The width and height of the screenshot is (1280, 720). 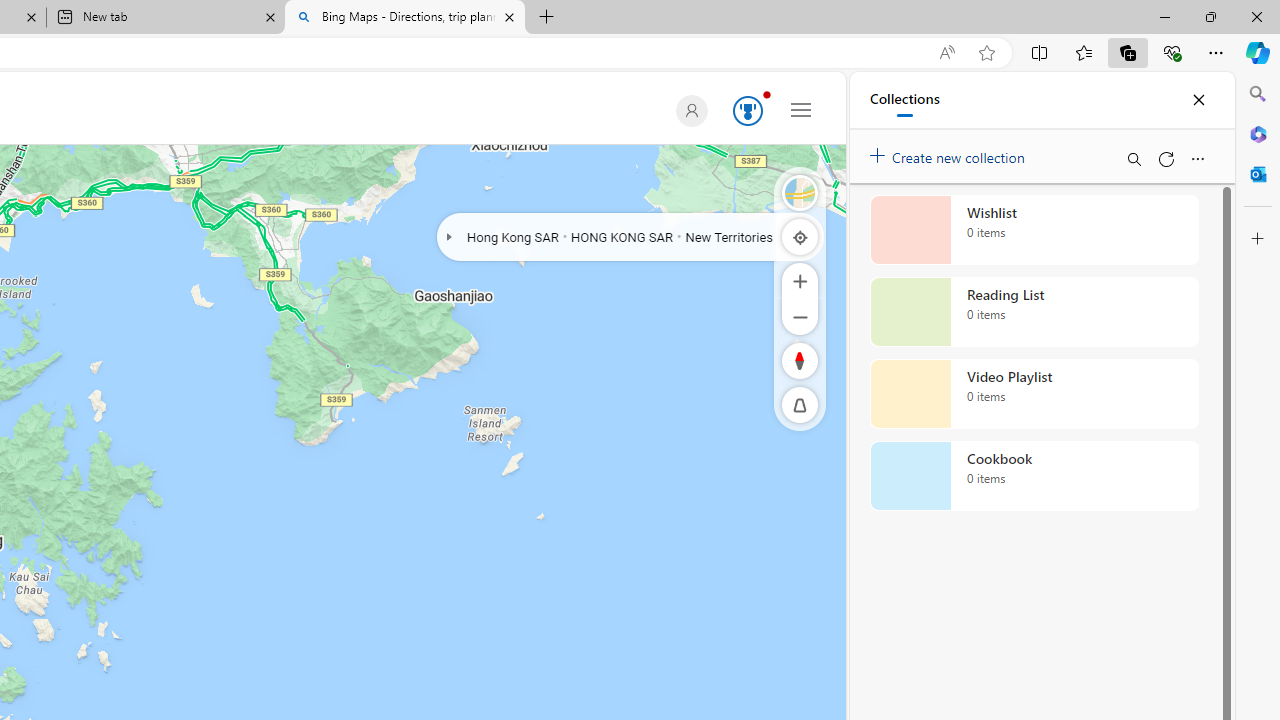 I want to click on 'Default Profile Picture', so click(x=688, y=110).